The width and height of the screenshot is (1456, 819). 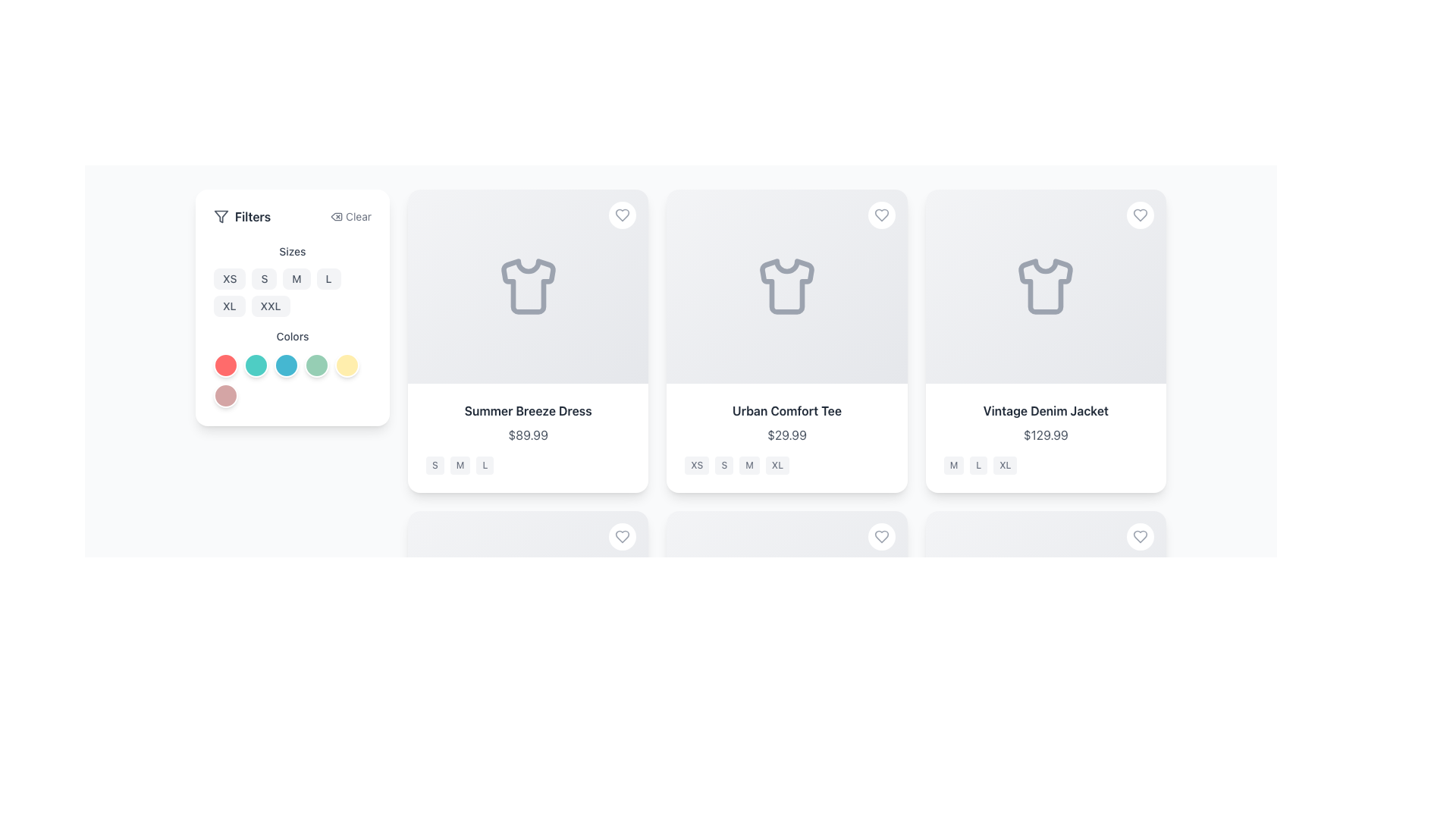 What do you see at coordinates (528, 760) in the screenshot?
I see `the Card content block located in the bottom section of the third card from the left in a grid layout` at bounding box center [528, 760].